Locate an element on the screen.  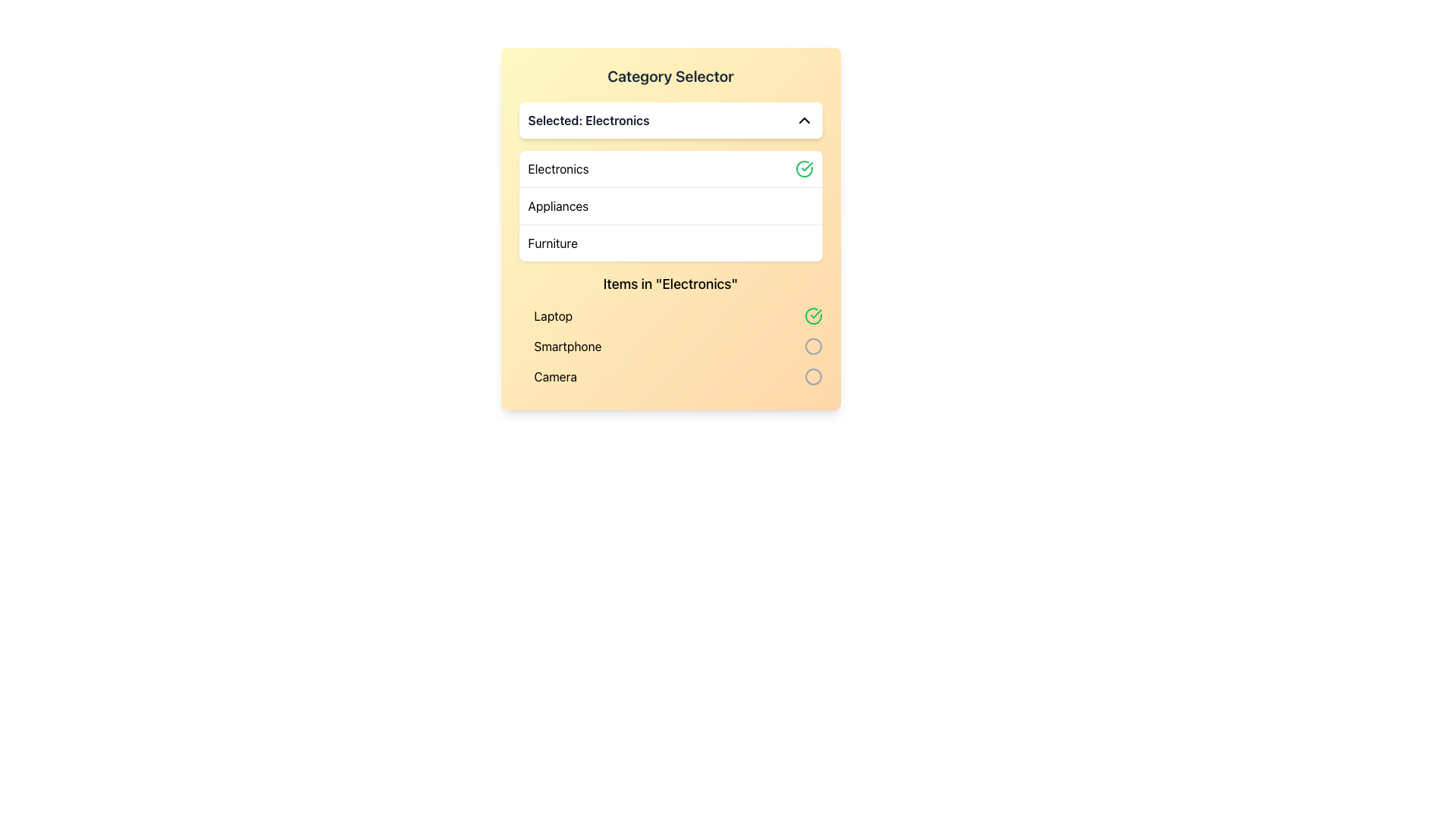
the first item in the dropdown menu is located at coordinates (670, 169).